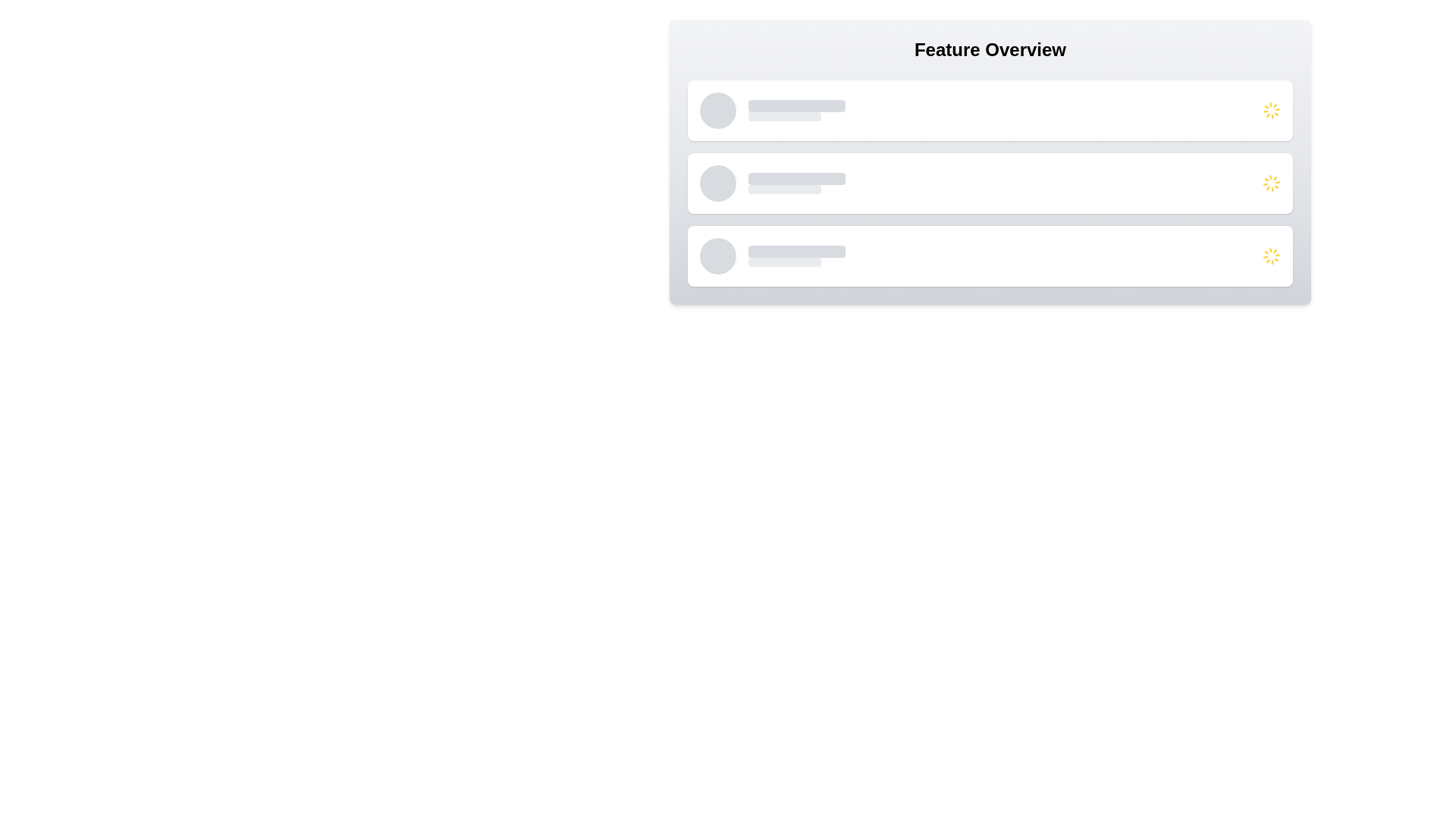 The width and height of the screenshot is (1456, 819). Describe the element at coordinates (796, 105) in the screenshot. I see `the loading animation by hovering over the loading placeholder bar with rounded corners, styled in light gray, located in the header area of the first list item under the 'Feature Overview' heading` at that location.